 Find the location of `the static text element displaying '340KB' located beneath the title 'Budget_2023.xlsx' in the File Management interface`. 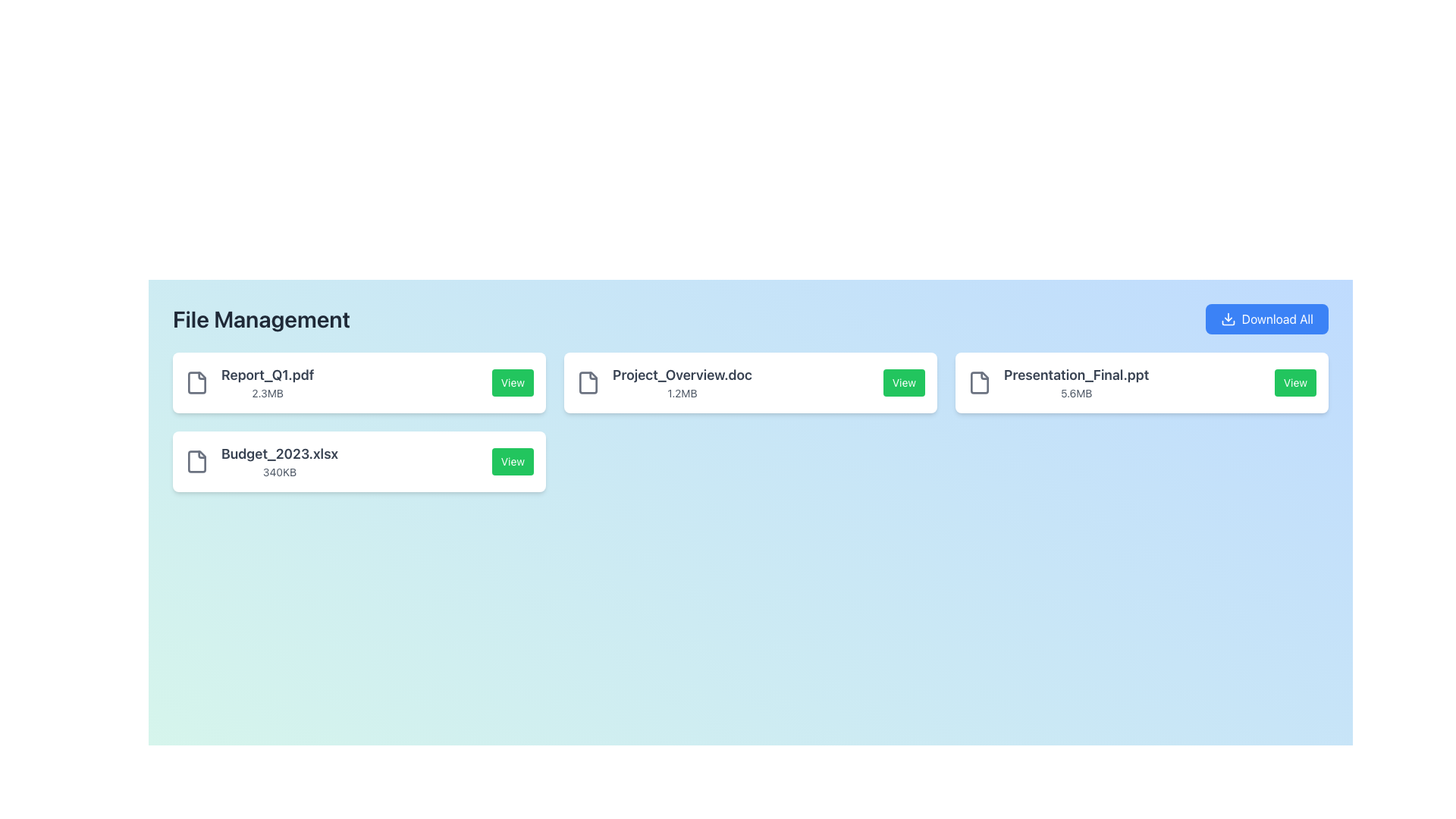

the static text element displaying '340KB' located beneath the title 'Budget_2023.xlsx' in the File Management interface is located at coordinates (280, 472).